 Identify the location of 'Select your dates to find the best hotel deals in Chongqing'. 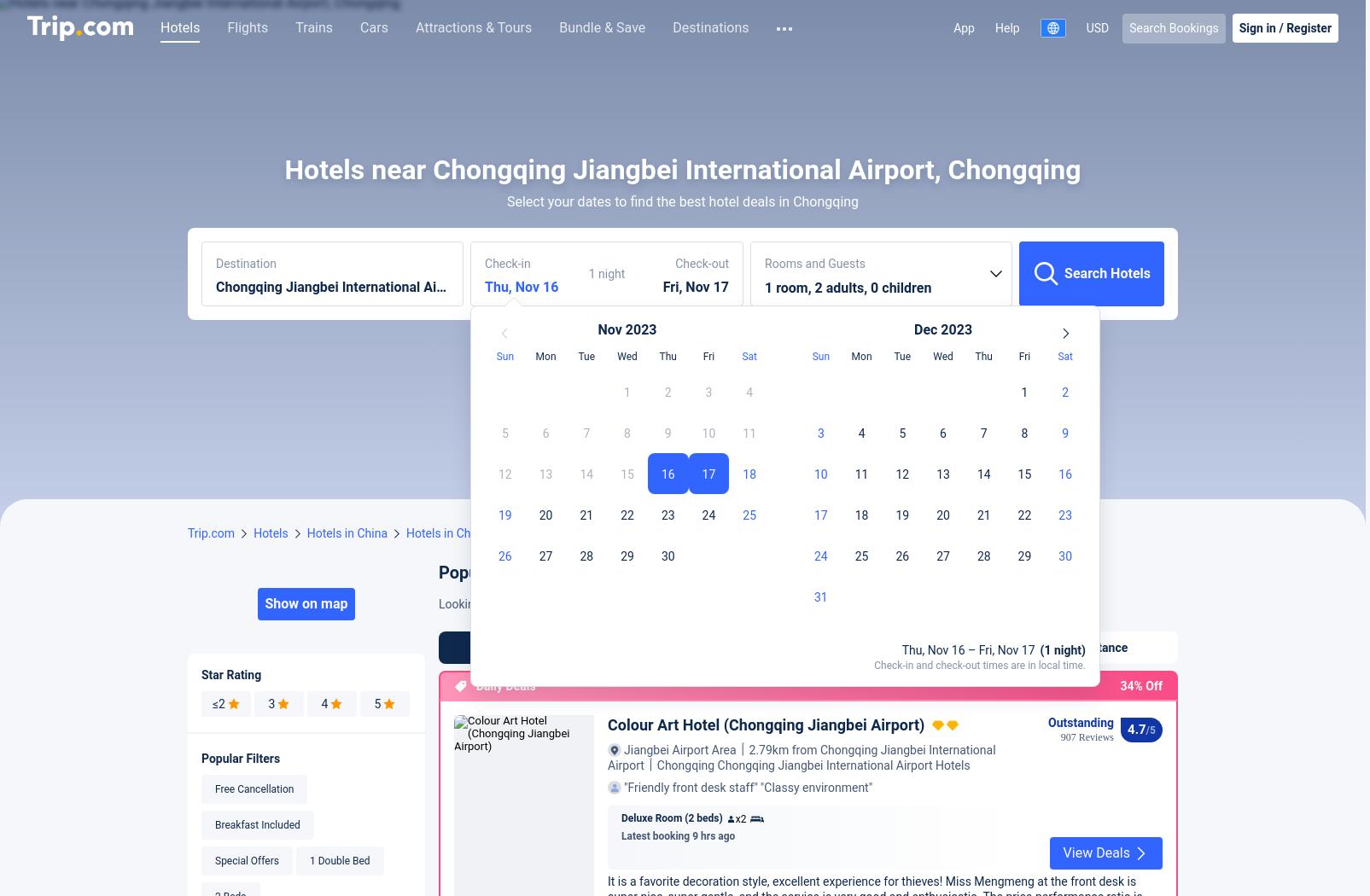
(505, 457).